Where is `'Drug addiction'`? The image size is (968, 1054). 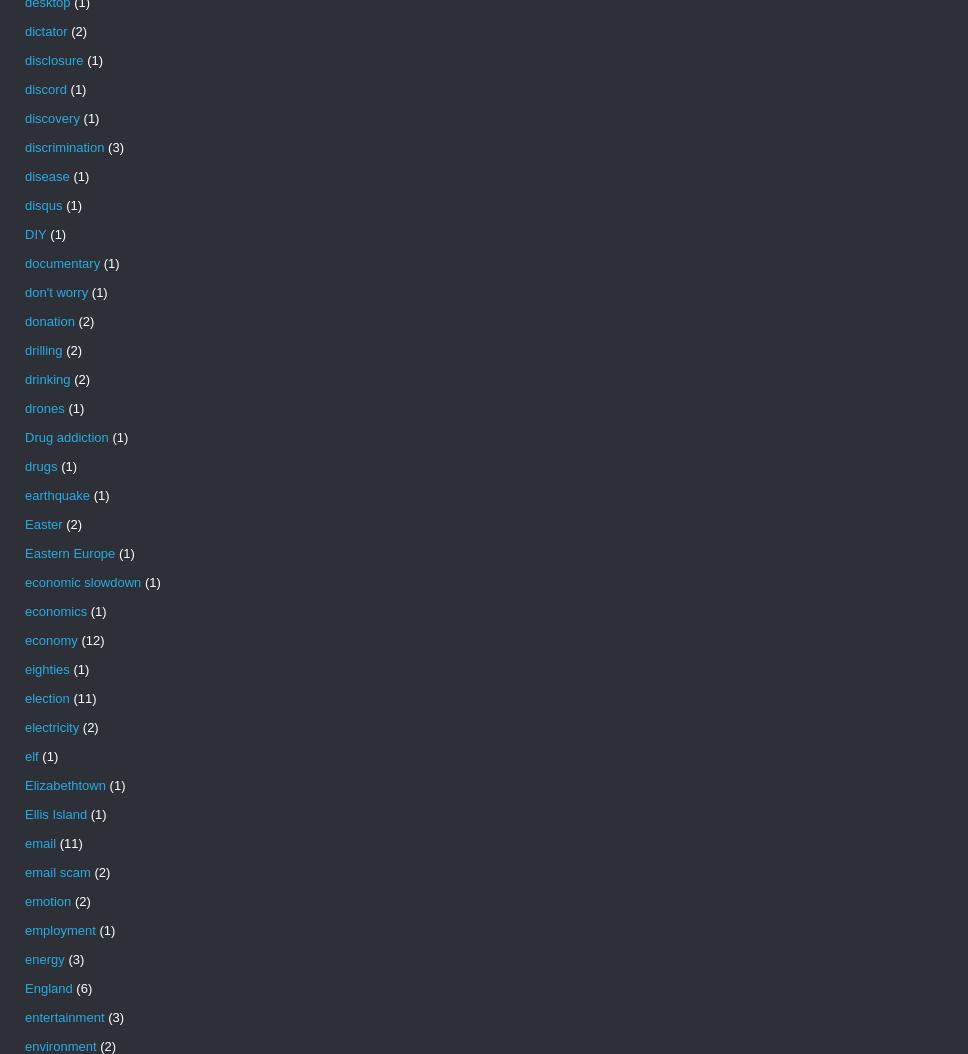 'Drug addiction' is located at coordinates (24, 437).